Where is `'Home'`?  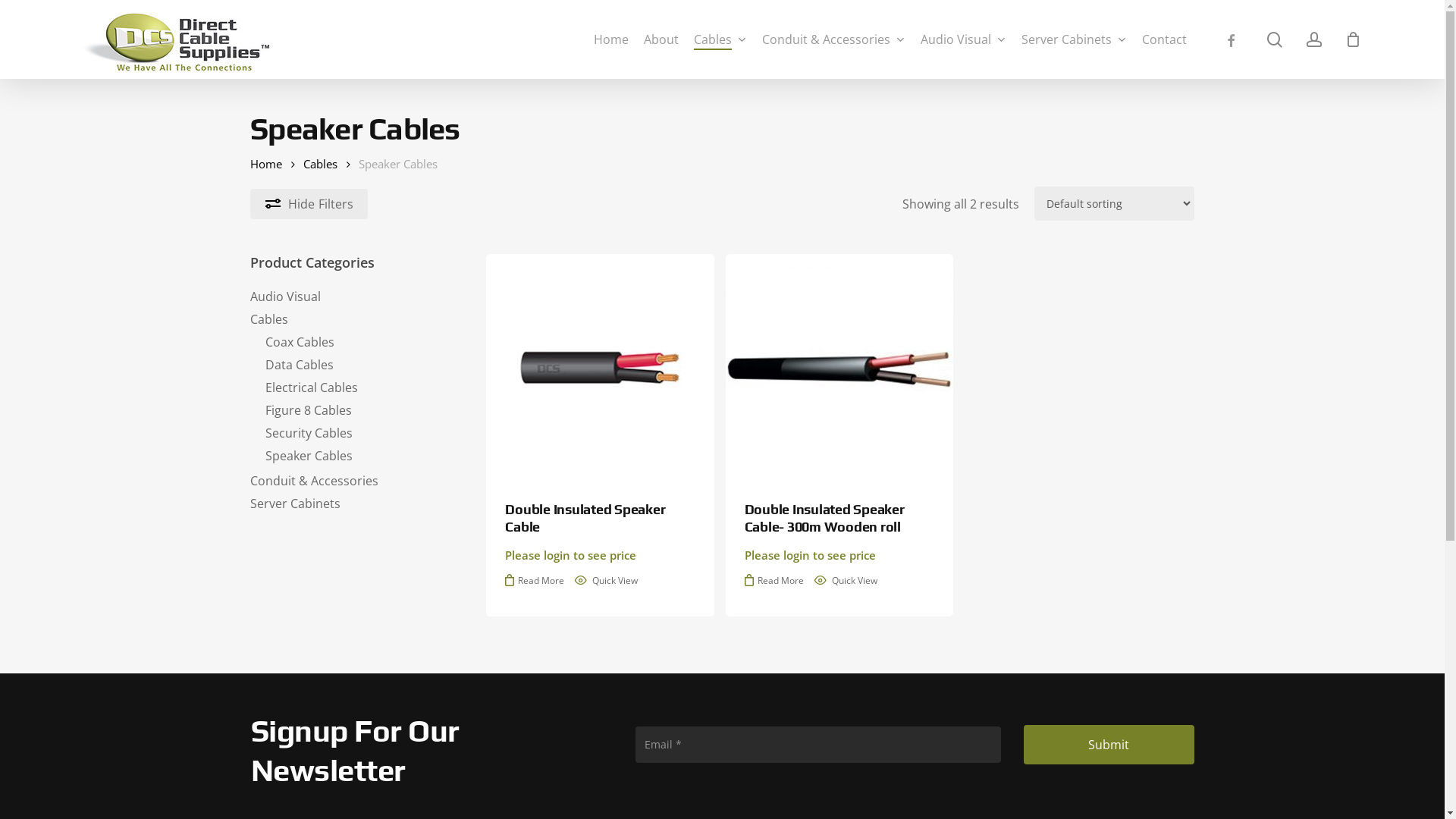 'Home' is located at coordinates (265, 164).